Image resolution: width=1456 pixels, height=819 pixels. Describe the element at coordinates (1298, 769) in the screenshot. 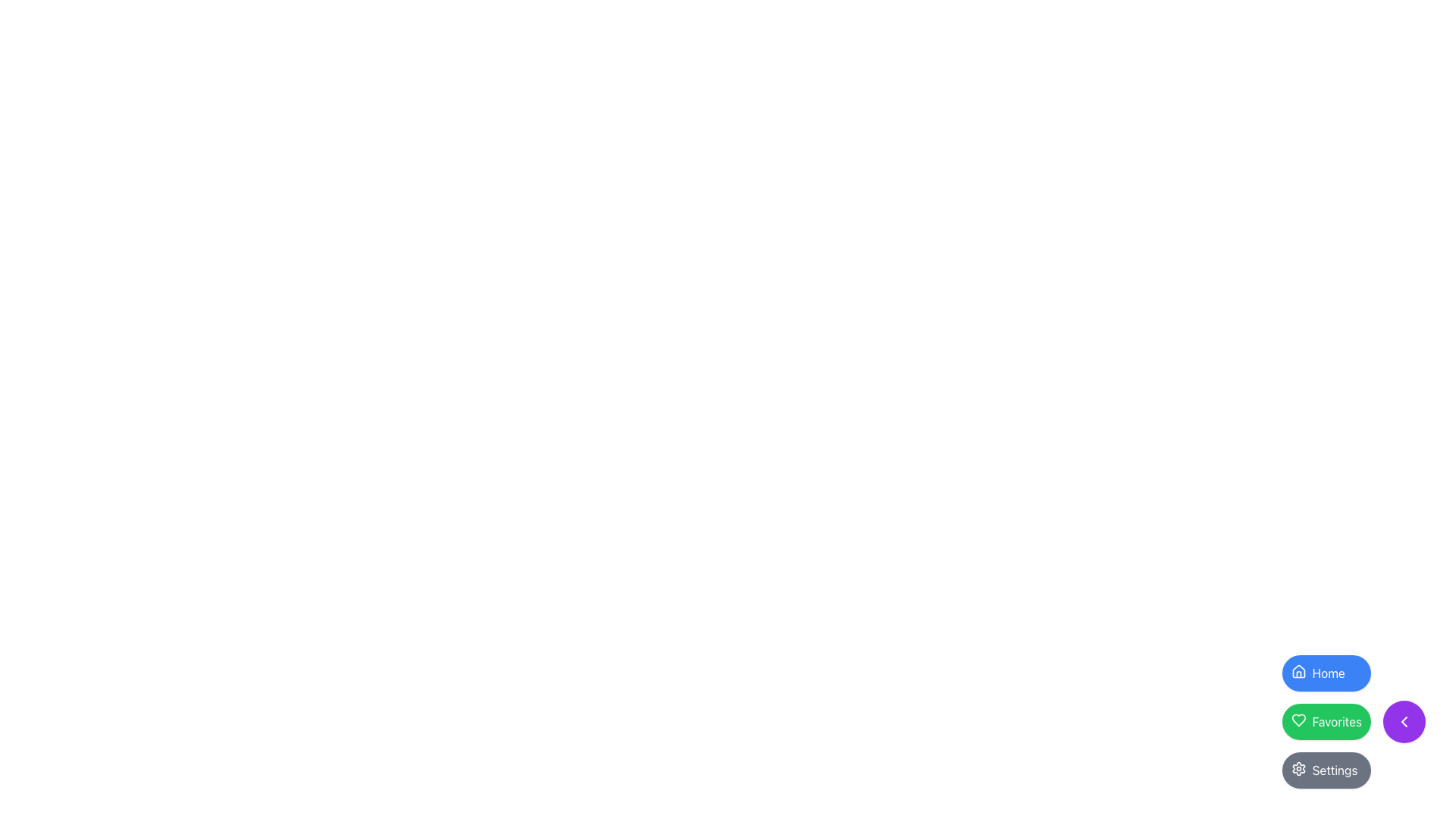

I see `the gear icon within the 'Settings' button located in the bottom right of the interface` at that location.